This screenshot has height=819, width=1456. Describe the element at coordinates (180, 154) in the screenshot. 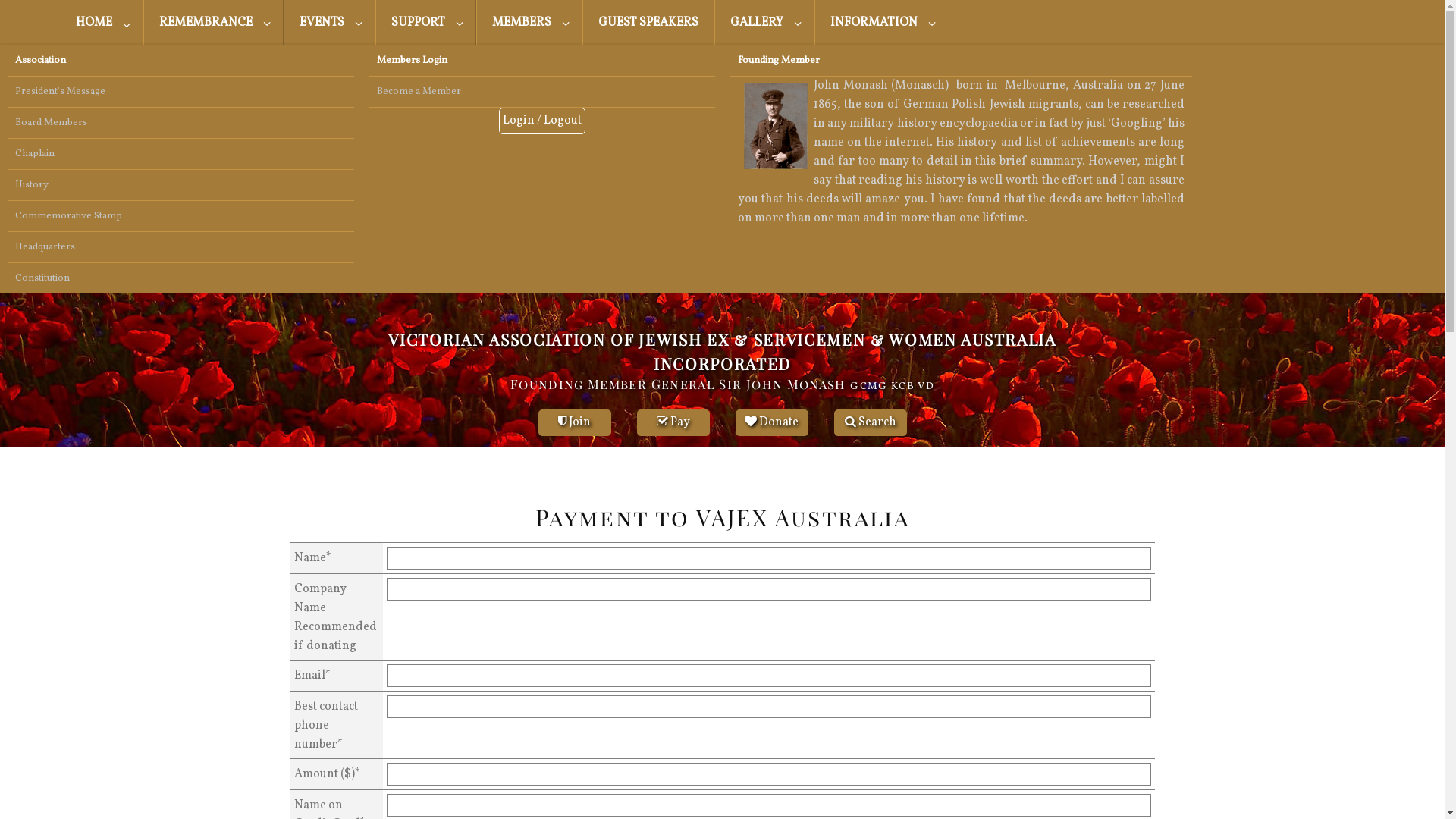

I see `'Chaplain'` at that location.